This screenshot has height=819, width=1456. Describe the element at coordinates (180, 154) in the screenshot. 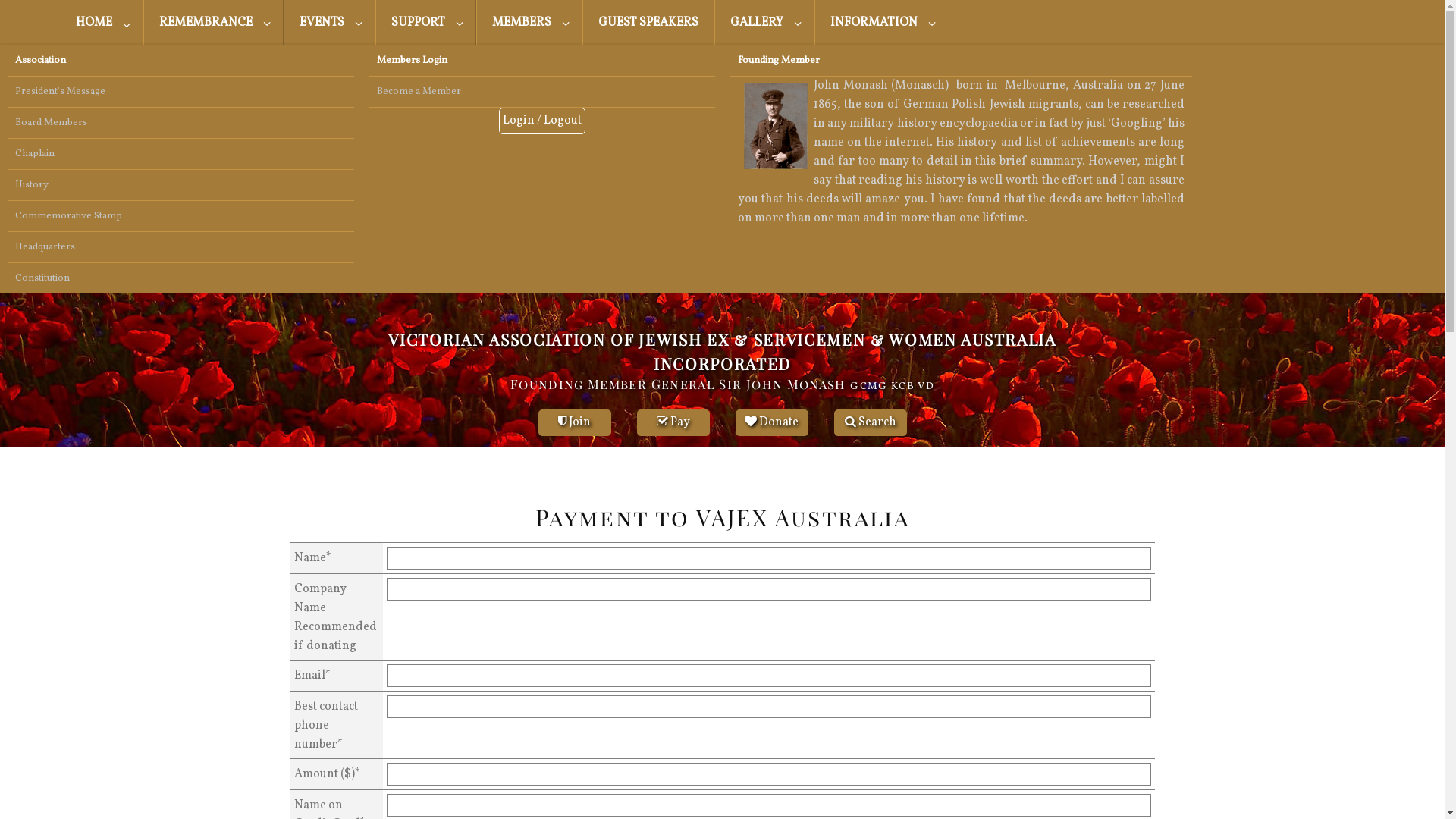

I see `'Chaplain'` at that location.